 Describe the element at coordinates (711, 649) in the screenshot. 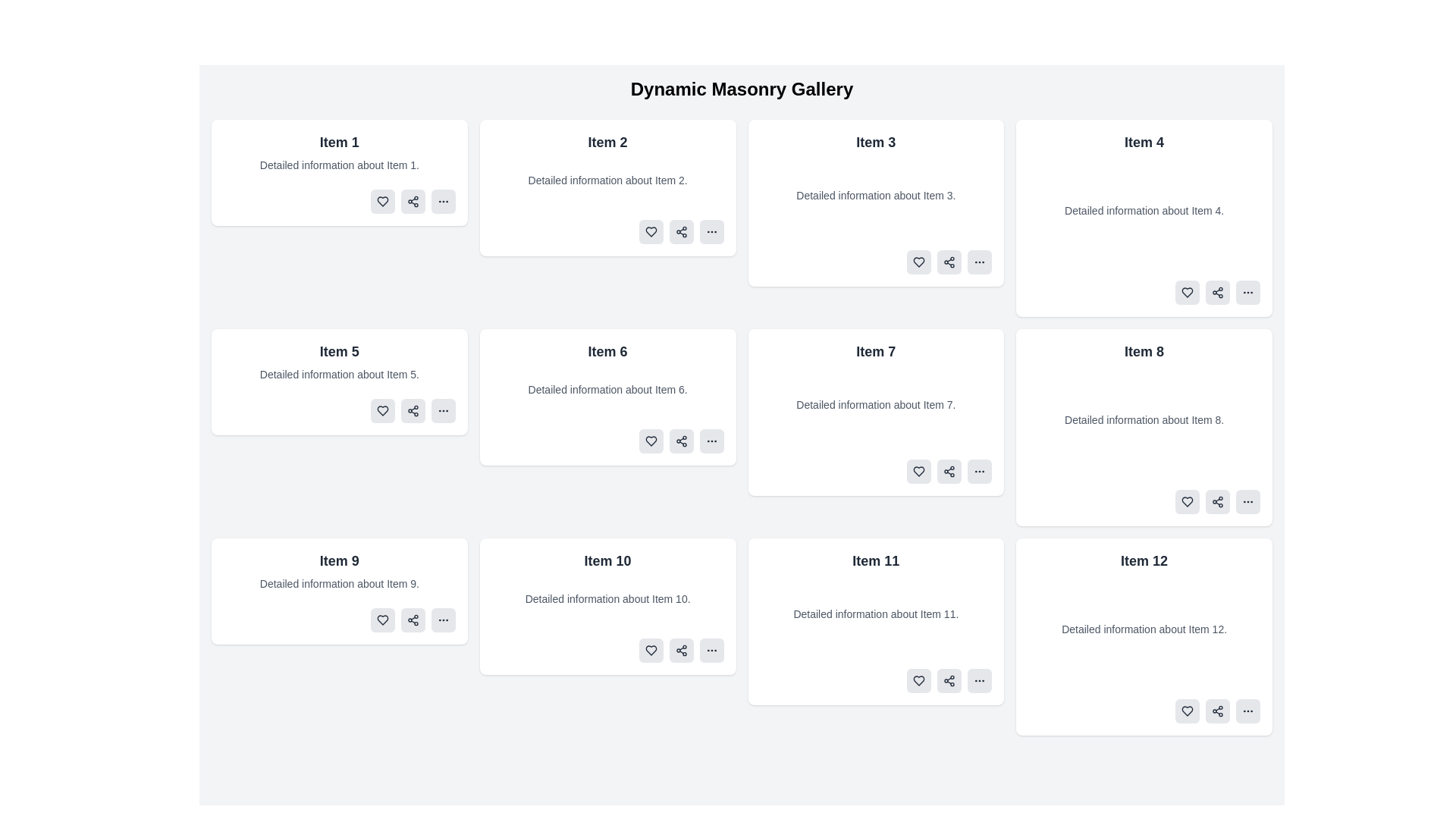

I see `the button` at that location.